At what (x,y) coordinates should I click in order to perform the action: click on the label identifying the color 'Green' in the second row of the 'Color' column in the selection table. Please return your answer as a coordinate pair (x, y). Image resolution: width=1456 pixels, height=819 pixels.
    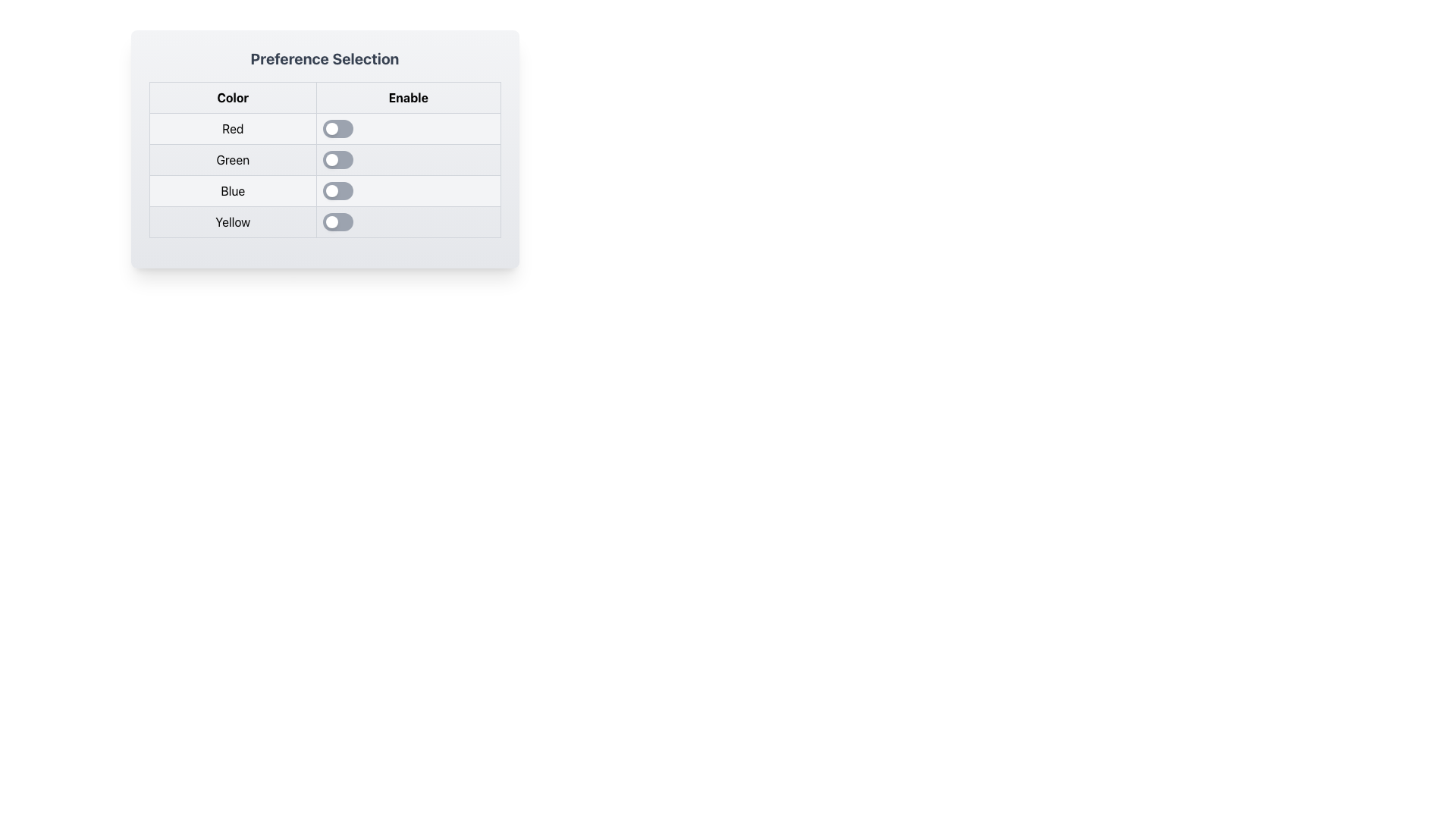
    Looking at the image, I should click on (232, 160).